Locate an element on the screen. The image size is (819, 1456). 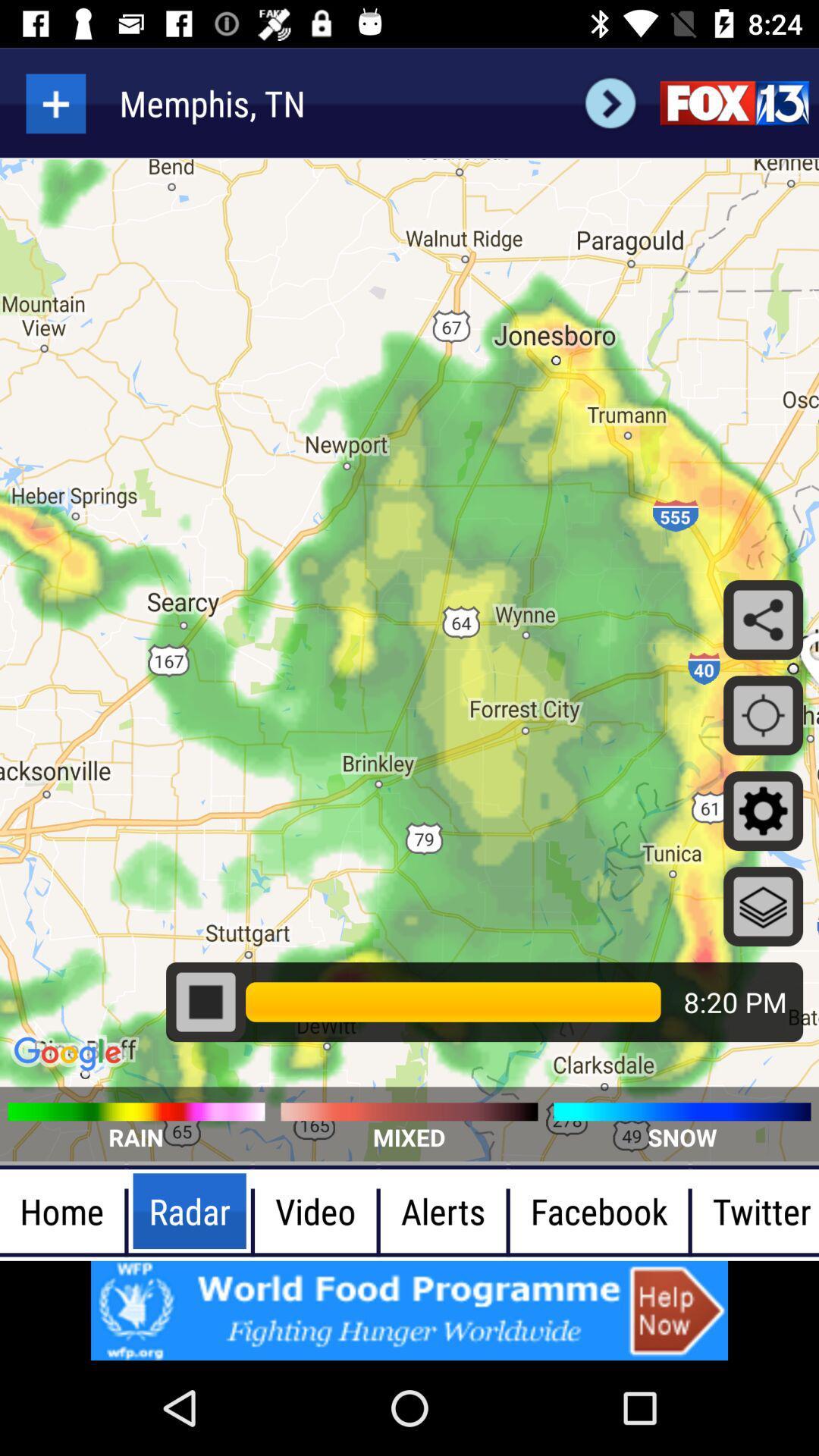
open advertisement is located at coordinates (409, 1310).